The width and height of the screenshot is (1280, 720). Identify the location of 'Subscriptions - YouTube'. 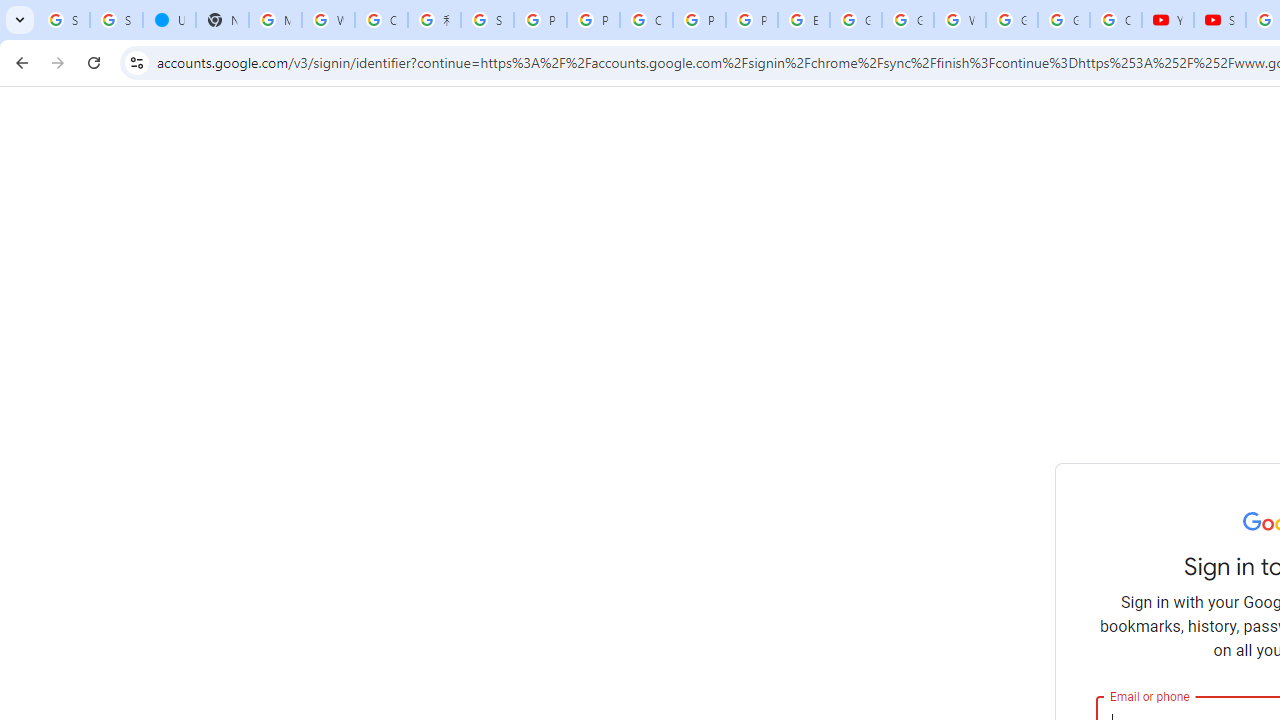
(1218, 20).